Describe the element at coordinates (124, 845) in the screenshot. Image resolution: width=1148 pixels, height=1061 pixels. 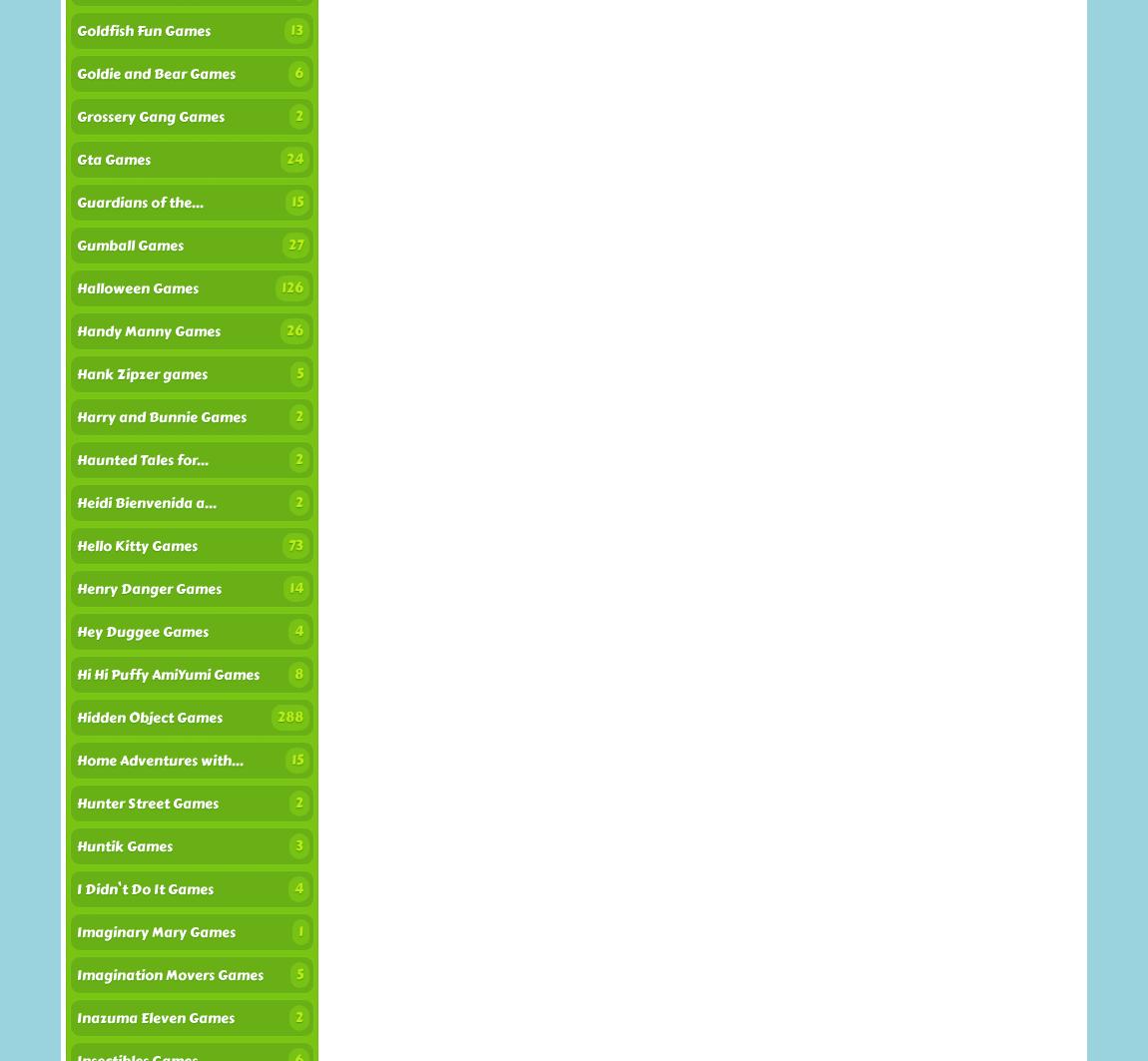
I see `'Huntik Games'` at that location.